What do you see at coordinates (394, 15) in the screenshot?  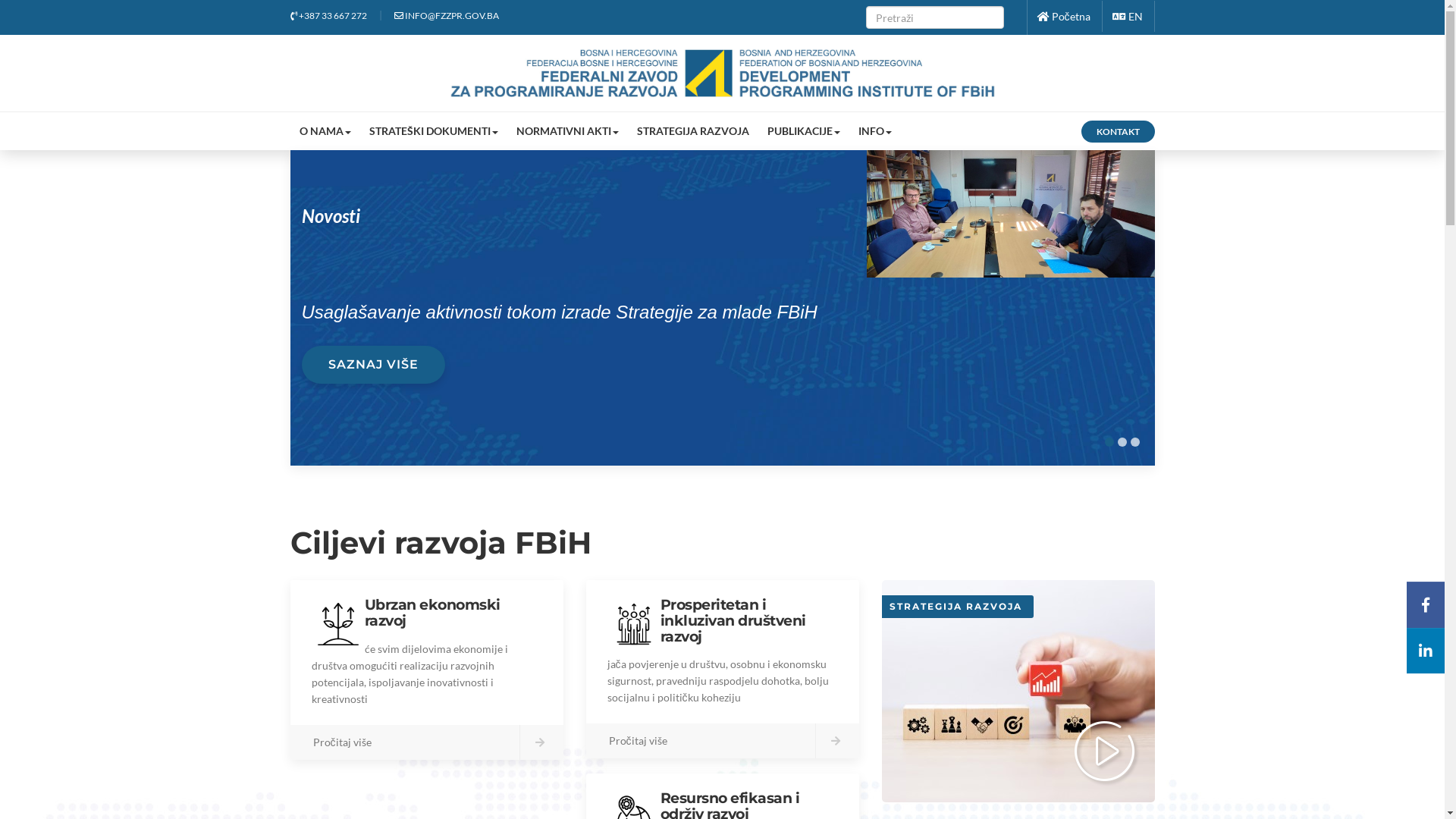 I see `'INFO@FZZPR.GOV.BA'` at bounding box center [394, 15].